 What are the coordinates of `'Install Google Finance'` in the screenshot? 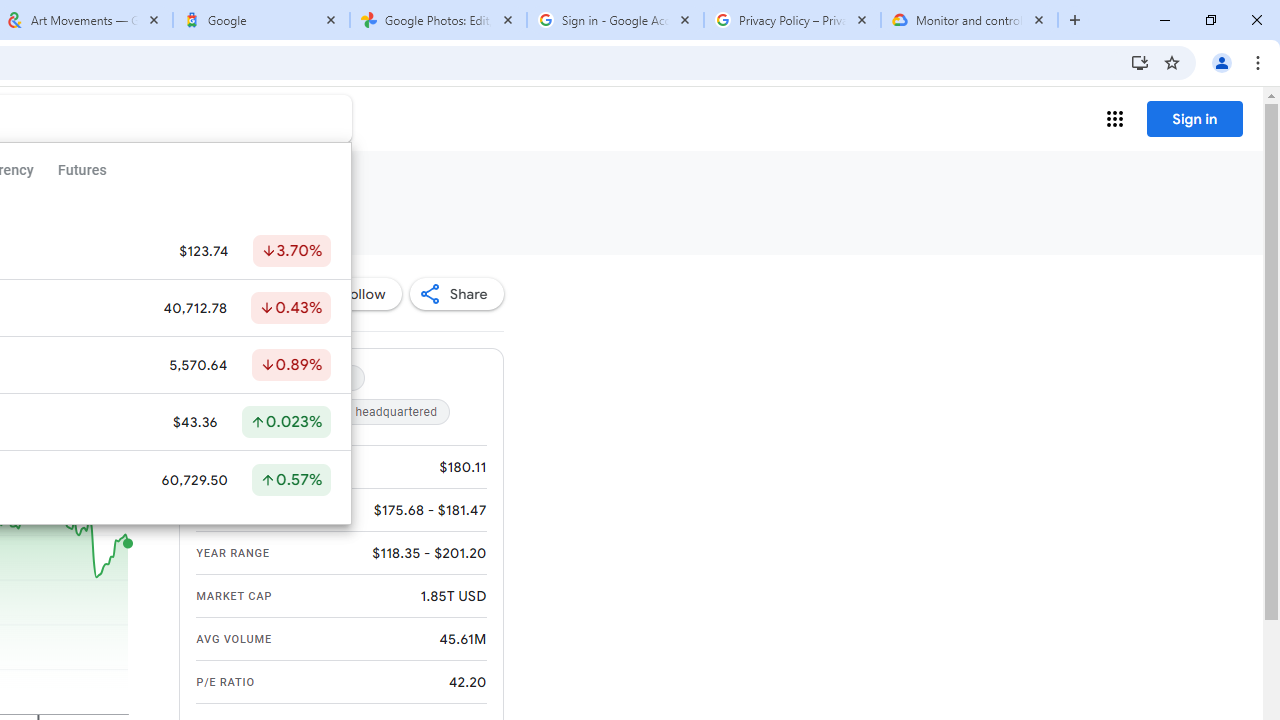 It's located at (1139, 61).